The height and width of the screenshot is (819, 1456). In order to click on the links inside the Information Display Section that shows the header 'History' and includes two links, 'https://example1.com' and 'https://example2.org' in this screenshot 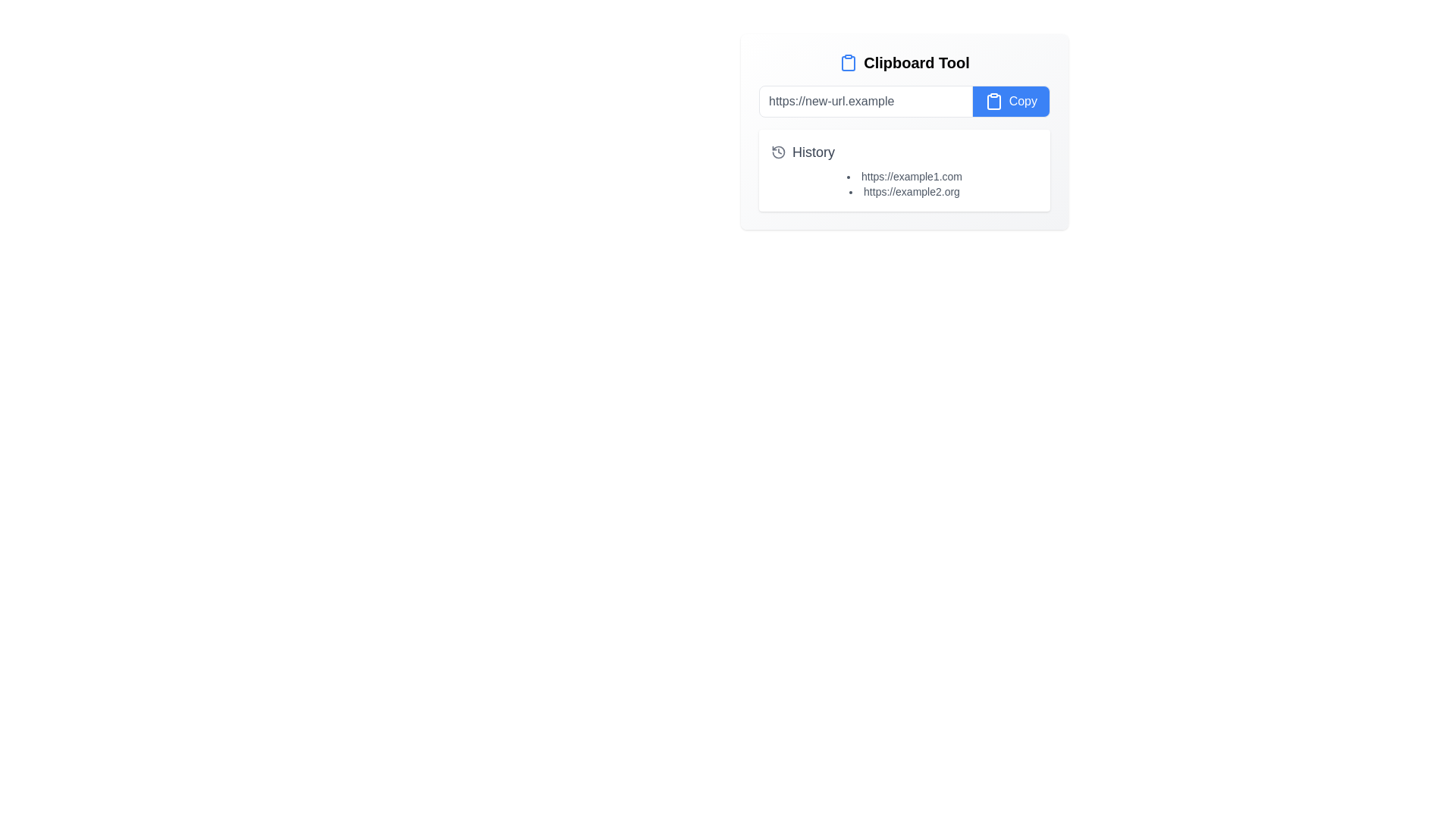, I will do `click(905, 170)`.